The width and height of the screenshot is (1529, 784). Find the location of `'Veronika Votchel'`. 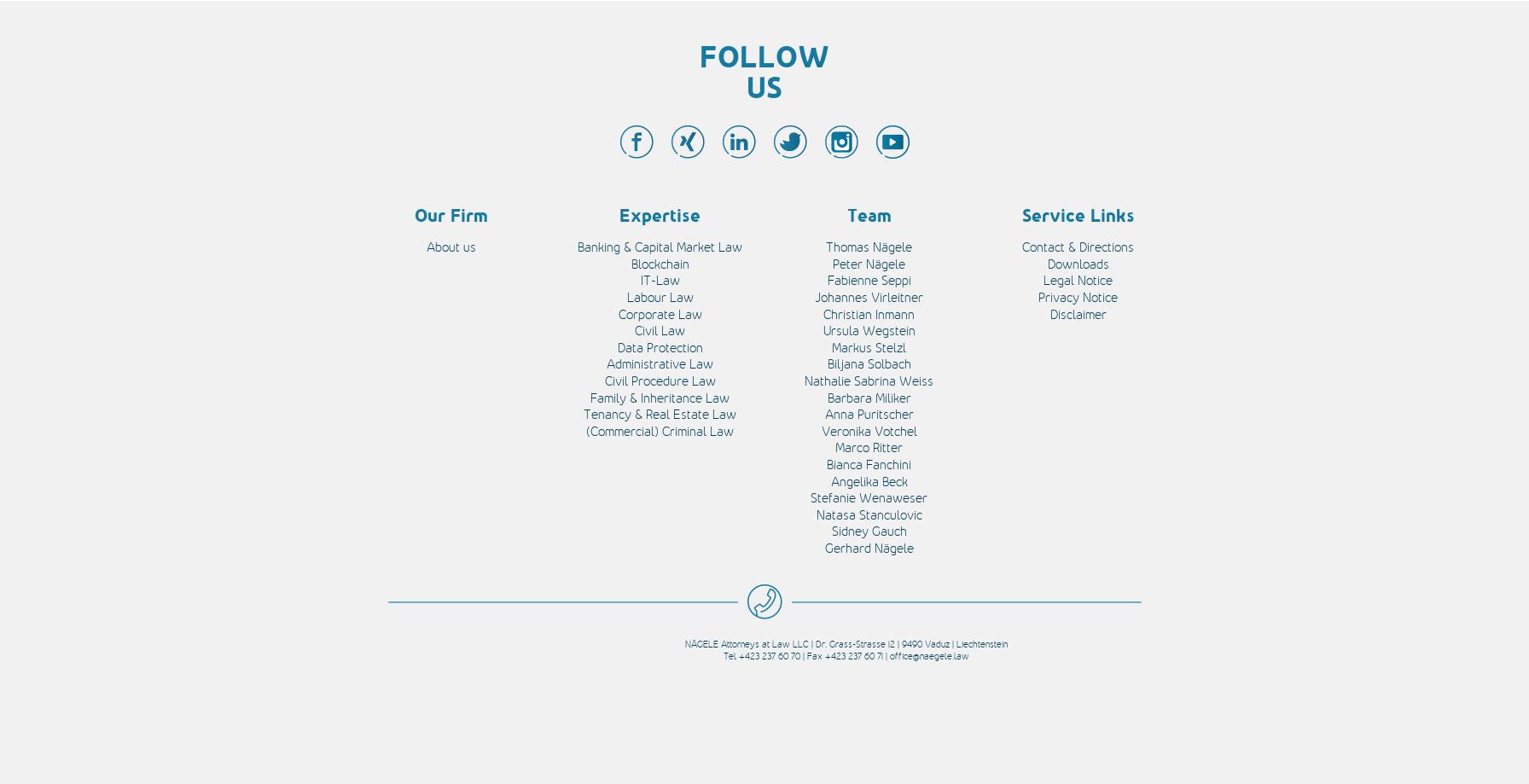

'Veronika Votchel' is located at coordinates (868, 429).